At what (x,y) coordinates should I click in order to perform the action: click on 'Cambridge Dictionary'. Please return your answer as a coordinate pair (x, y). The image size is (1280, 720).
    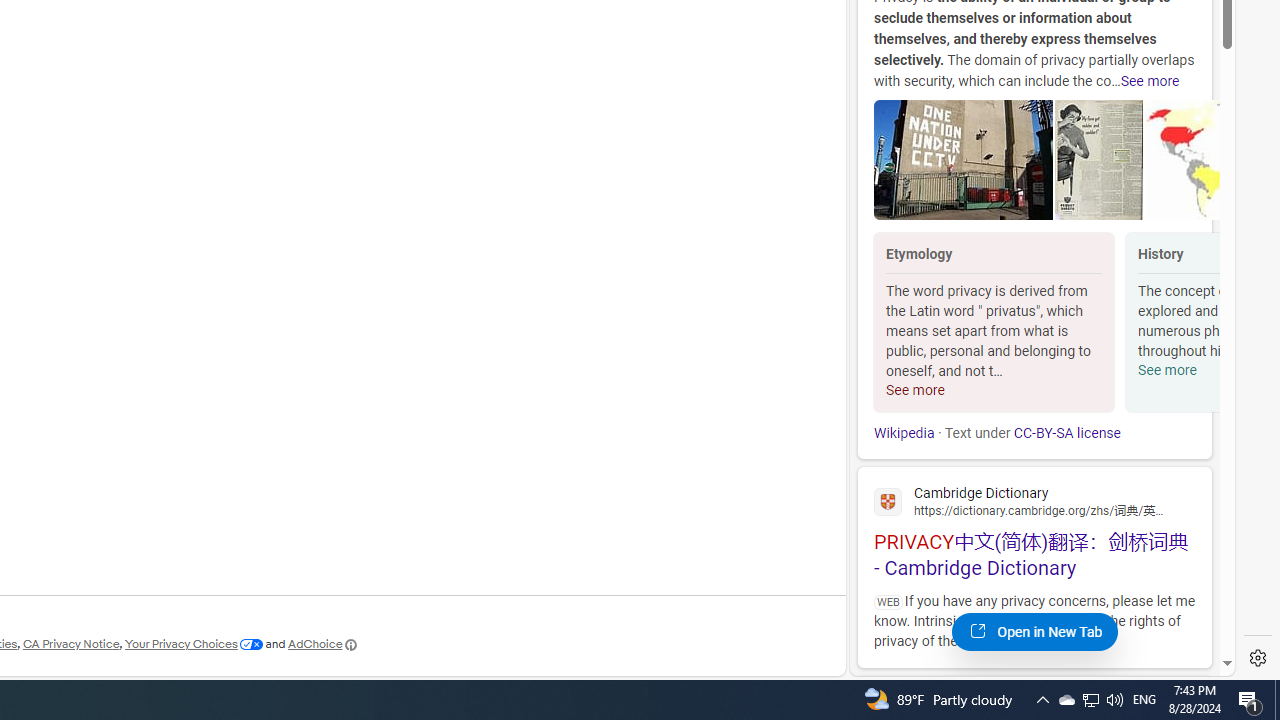
    Looking at the image, I should click on (1034, 499).